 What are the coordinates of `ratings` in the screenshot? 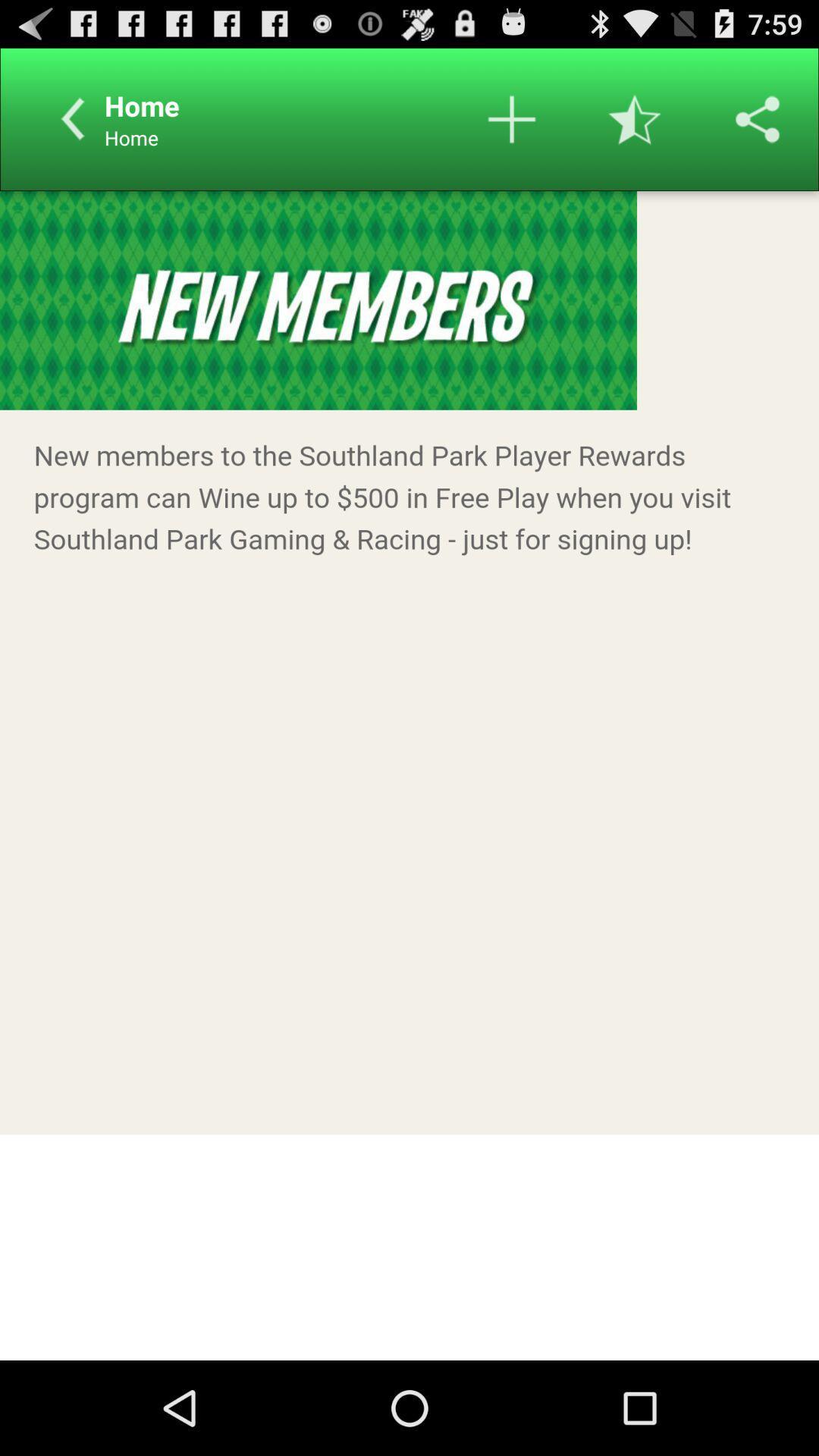 It's located at (635, 118).